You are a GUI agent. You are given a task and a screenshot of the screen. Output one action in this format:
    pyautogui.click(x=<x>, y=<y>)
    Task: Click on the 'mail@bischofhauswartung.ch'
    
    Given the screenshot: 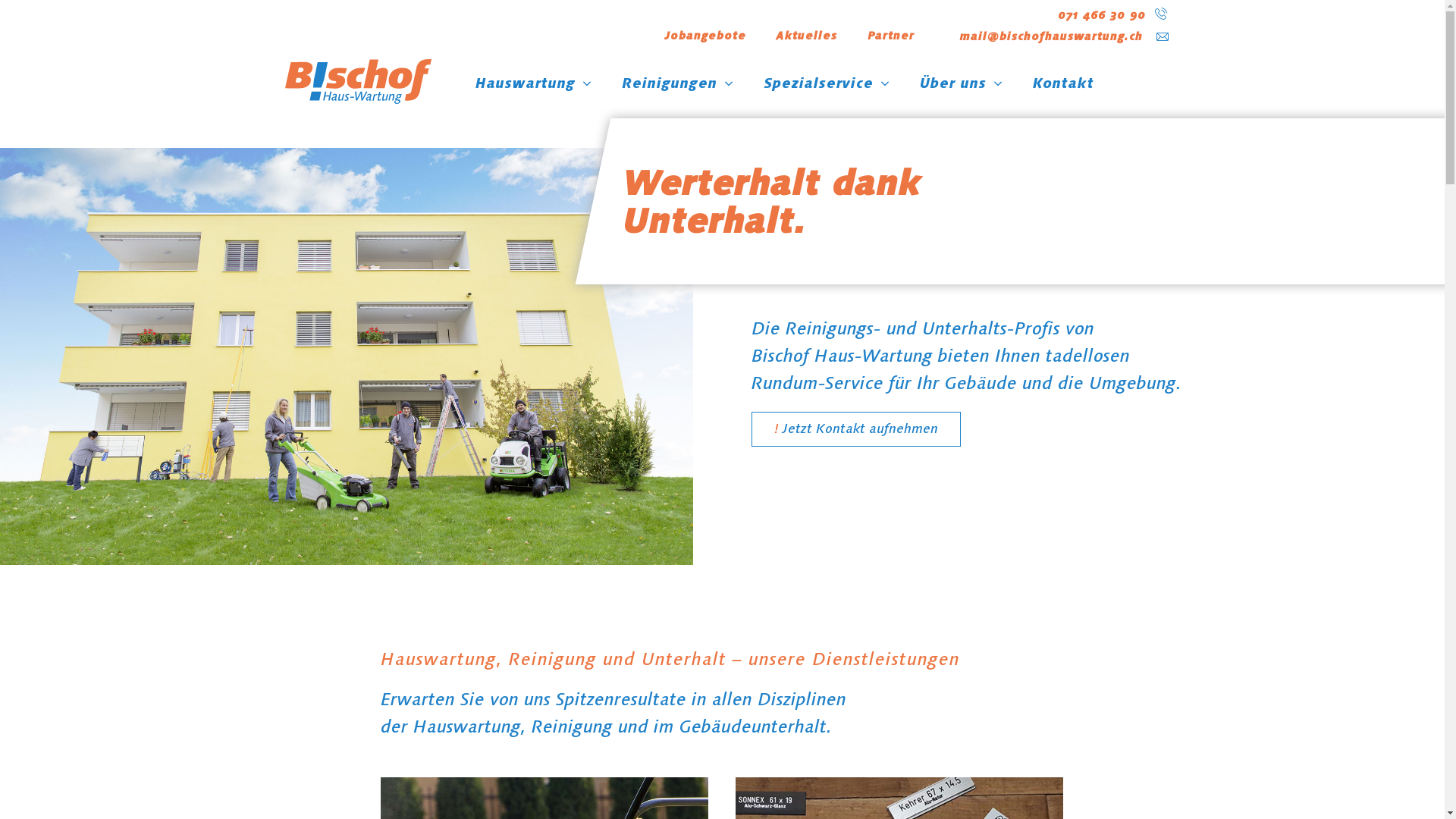 What is the action you would take?
    pyautogui.click(x=1050, y=35)
    